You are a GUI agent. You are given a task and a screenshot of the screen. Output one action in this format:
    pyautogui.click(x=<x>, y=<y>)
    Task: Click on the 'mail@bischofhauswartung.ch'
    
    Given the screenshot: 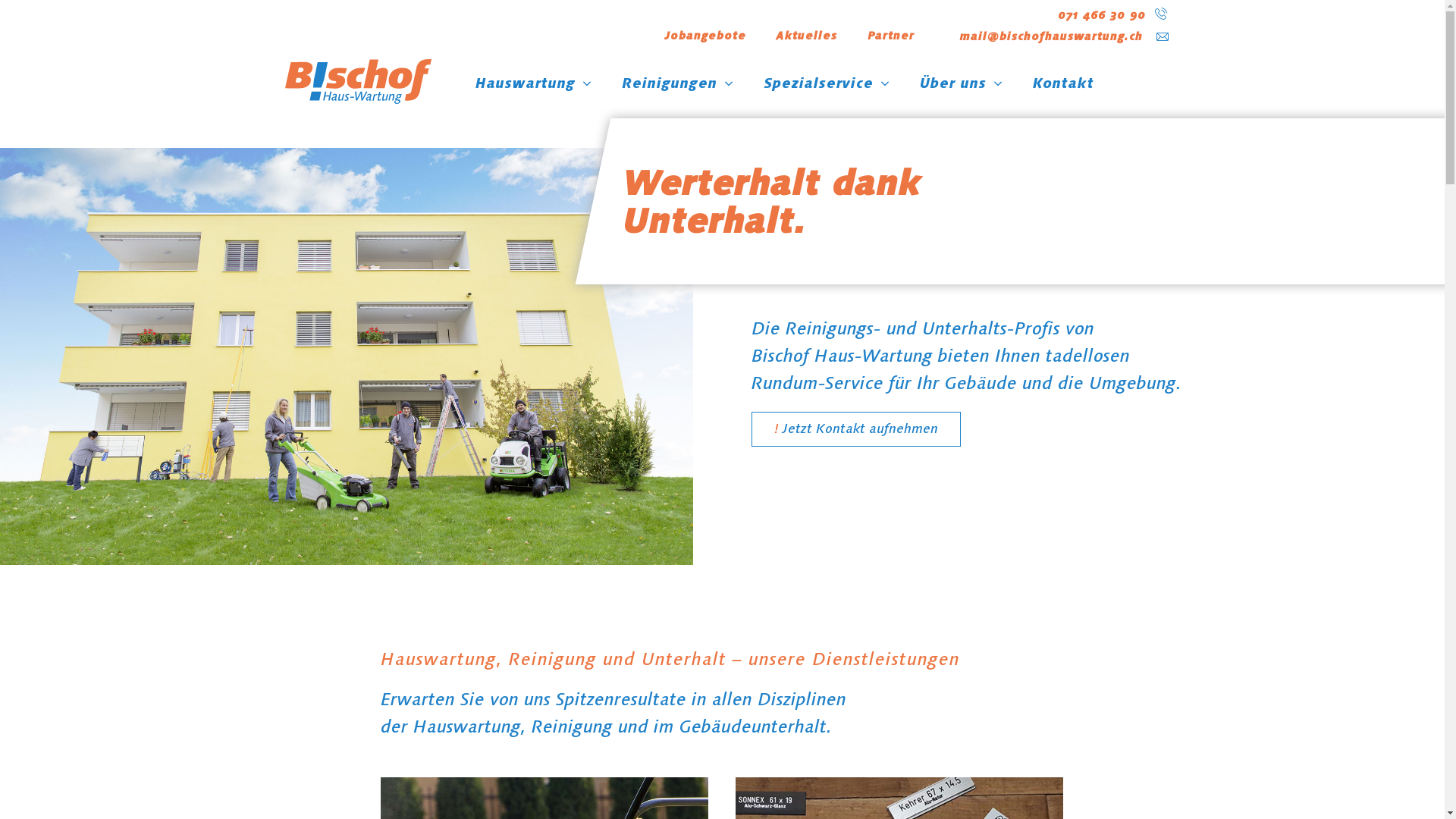 What is the action you would take?
    pyautogui.click(x=1050, y=35)
    